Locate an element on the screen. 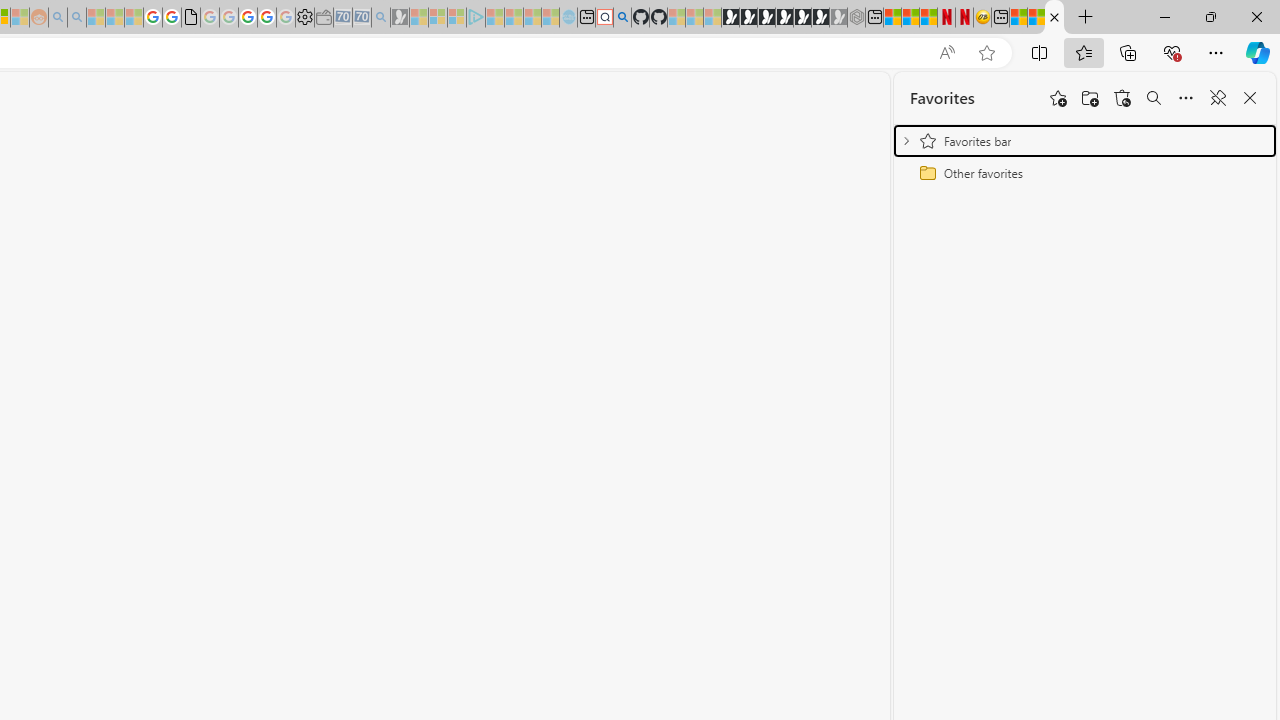 Image resolution: width=1280 pixels, height=720 pixels. 'github - Search' is located at coordinates (621, 17).